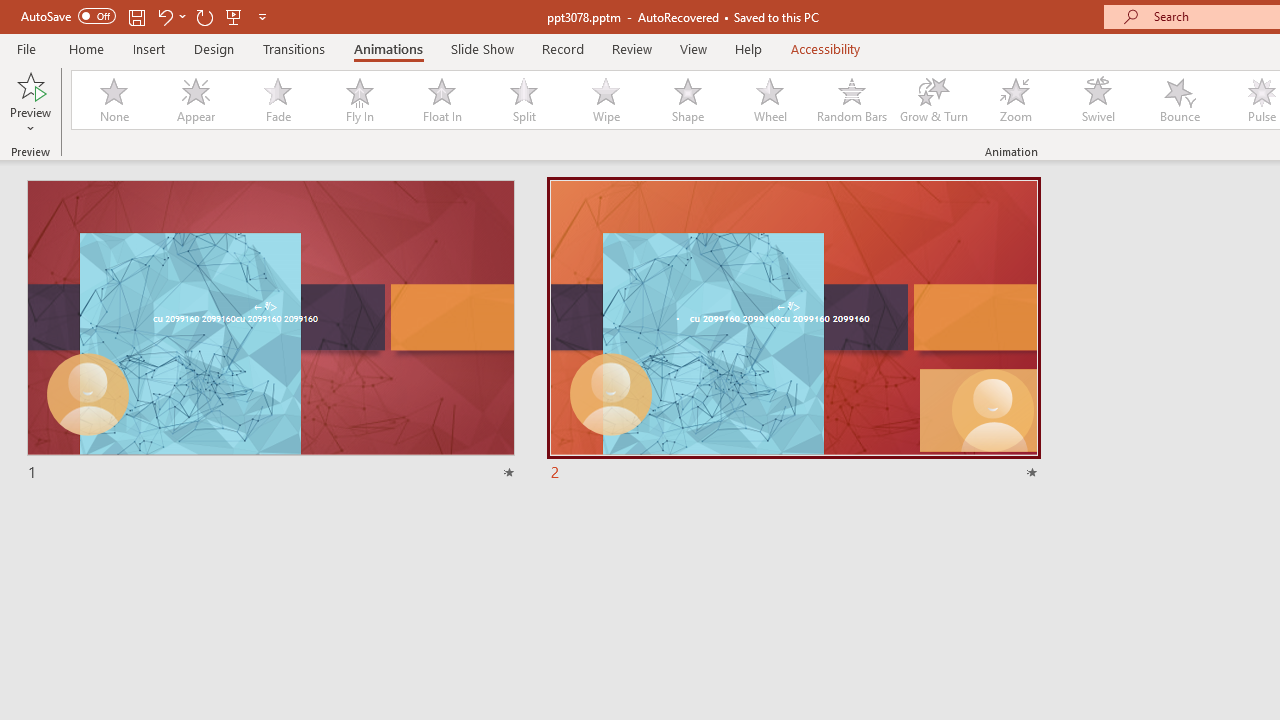  I want to click on 'Grow & Turn', so click(933, 100).